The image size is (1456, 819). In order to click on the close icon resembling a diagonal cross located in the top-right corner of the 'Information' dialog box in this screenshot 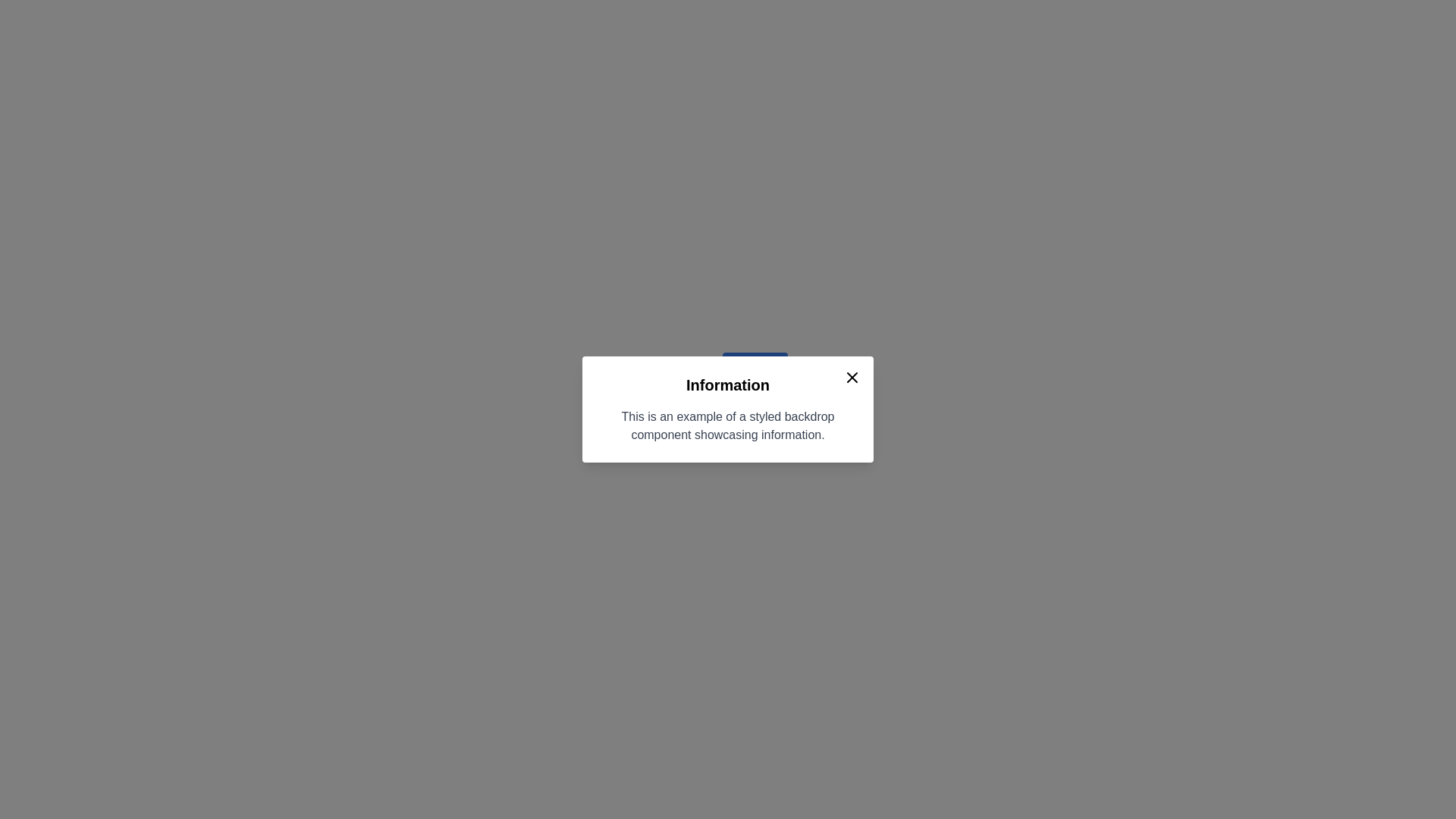, I will do `click(852, 376)`.